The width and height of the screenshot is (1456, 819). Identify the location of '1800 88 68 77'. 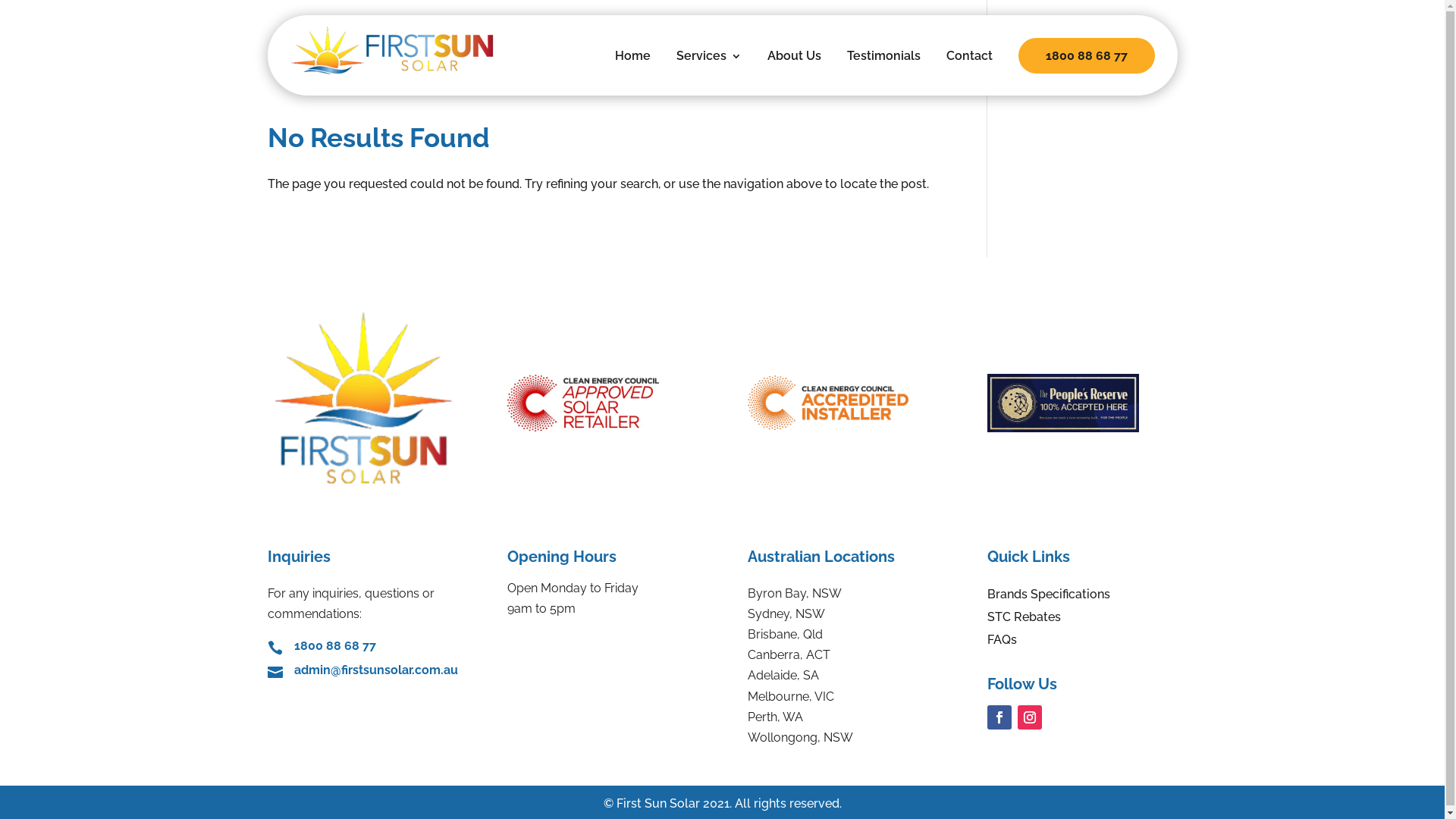
(1084, 55).